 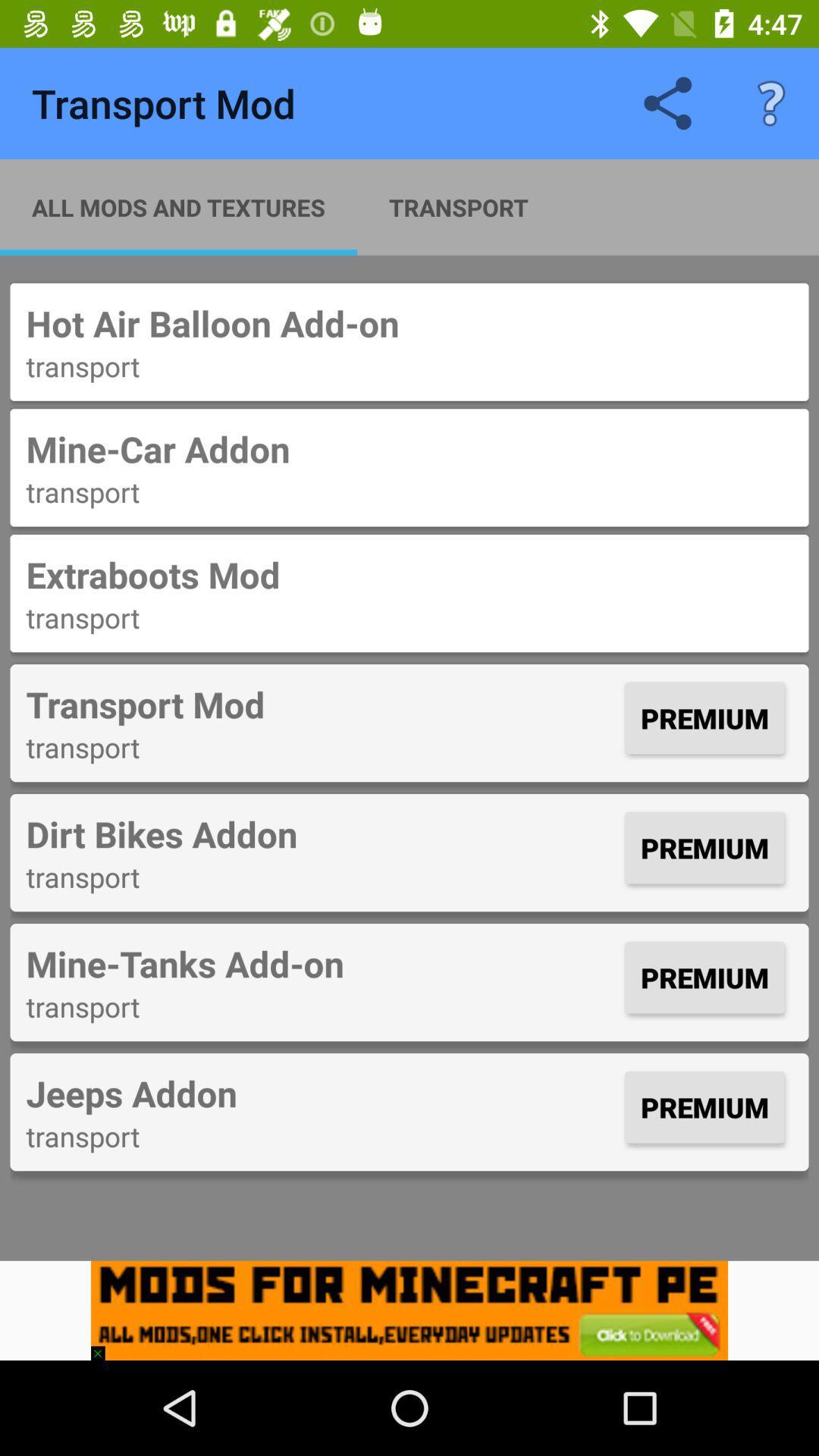 What do you see at coordinates (409, 448) in the screenshot?
I see `the item below the transport item` at bounding box center [409, 448].